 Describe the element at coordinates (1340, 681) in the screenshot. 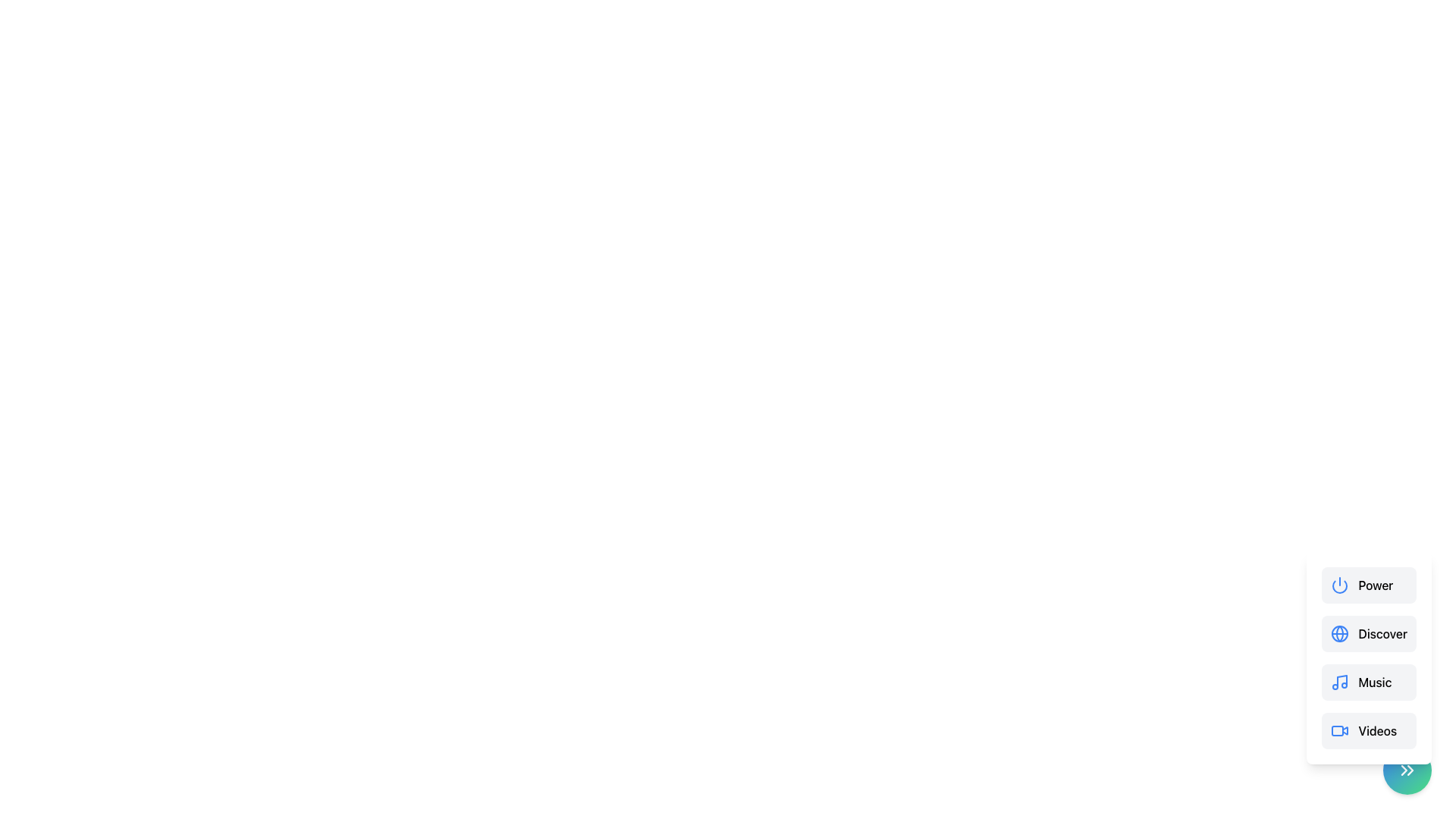

I see `the 'Music' menu item icon on the right side of the interface` at that location.